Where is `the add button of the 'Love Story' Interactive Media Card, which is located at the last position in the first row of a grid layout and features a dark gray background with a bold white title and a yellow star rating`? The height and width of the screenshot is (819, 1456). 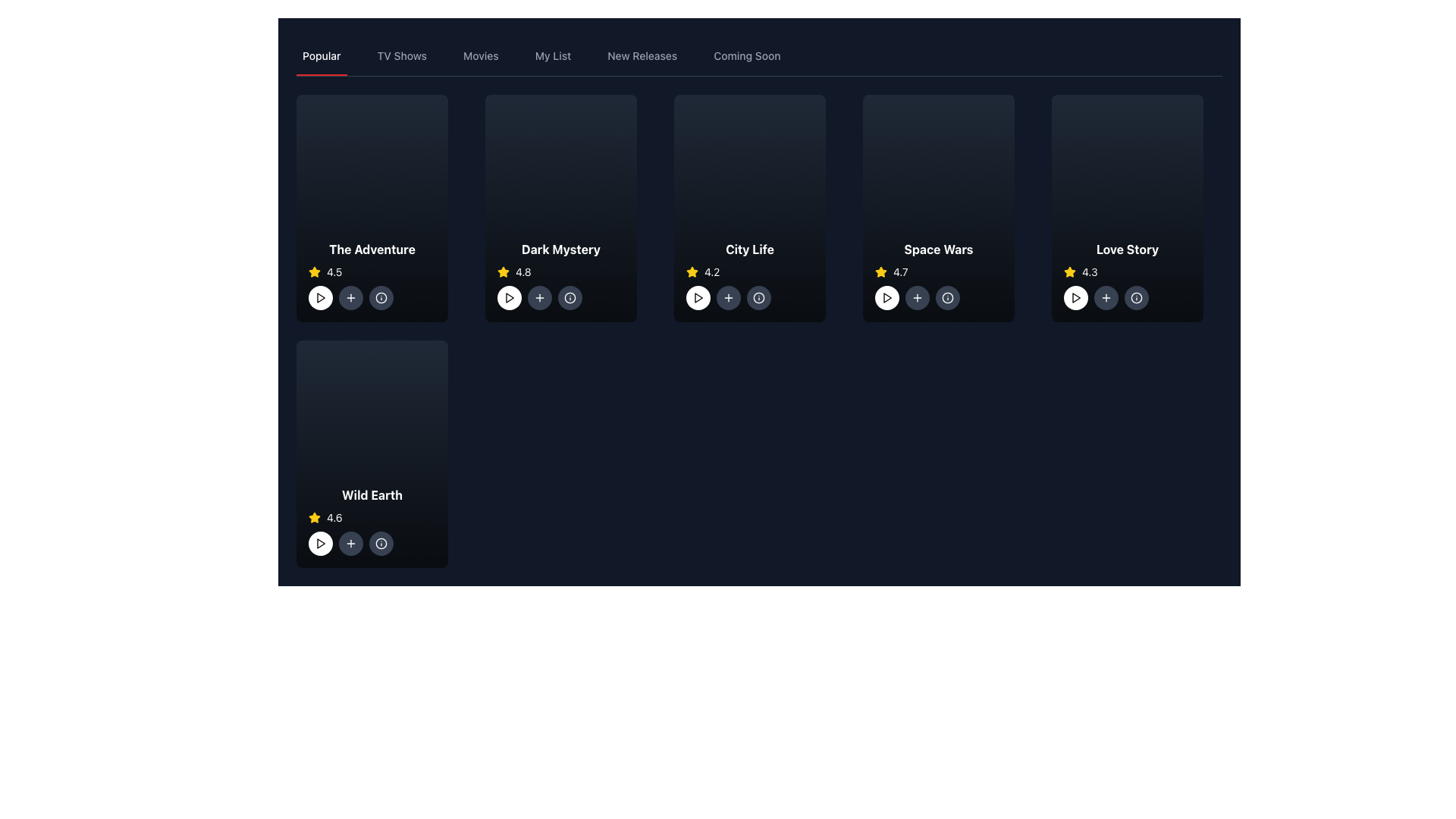
the add button of the 'Love Story' Interactive Media Card, which is located at the last position in the first row of a grid layout and features a dark gray background with a bold white title and a yellow star rating is located at coordinates (1128, 208).